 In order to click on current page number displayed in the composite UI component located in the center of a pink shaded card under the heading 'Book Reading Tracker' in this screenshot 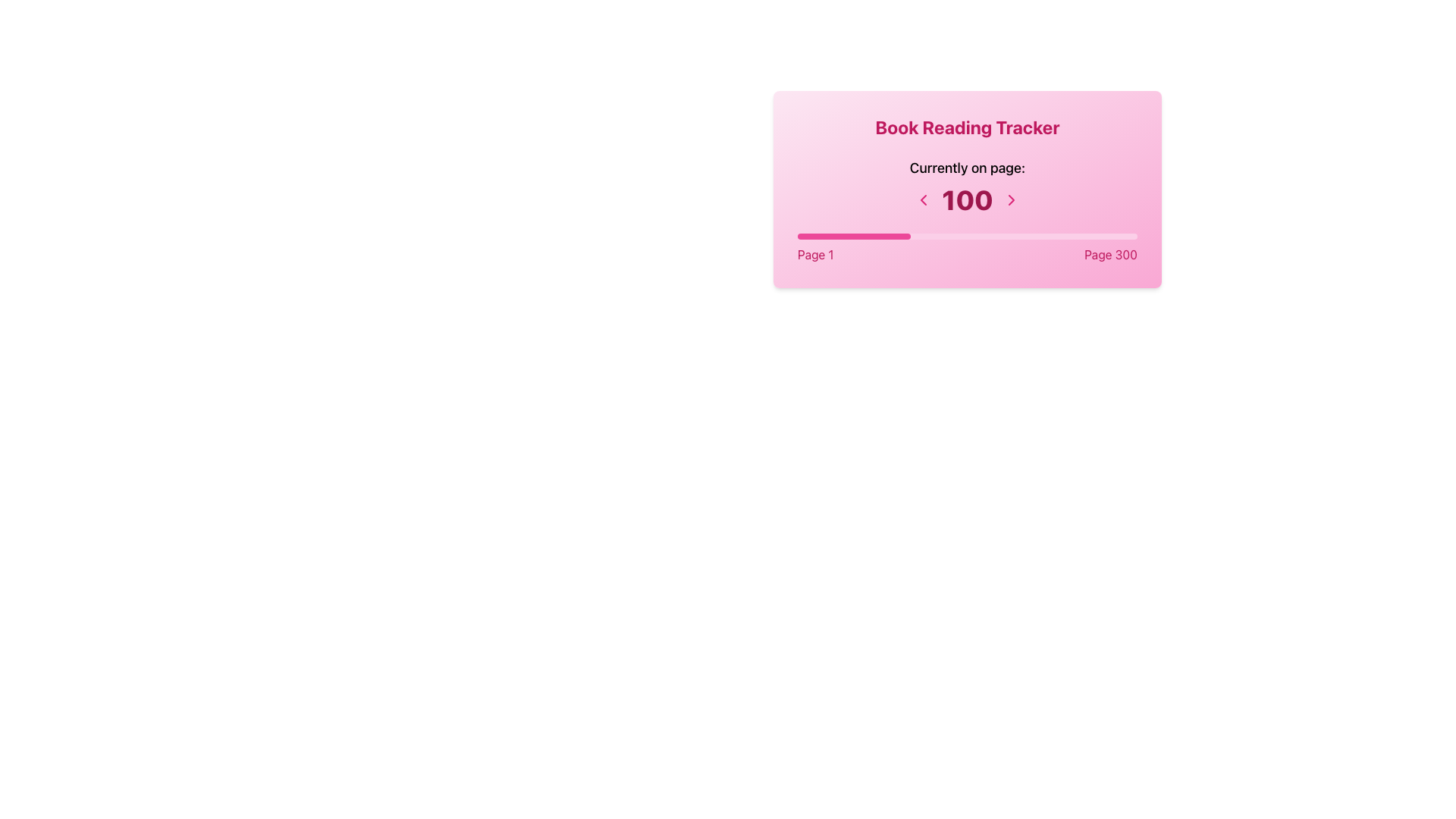, I will do `click(967, 186)`.